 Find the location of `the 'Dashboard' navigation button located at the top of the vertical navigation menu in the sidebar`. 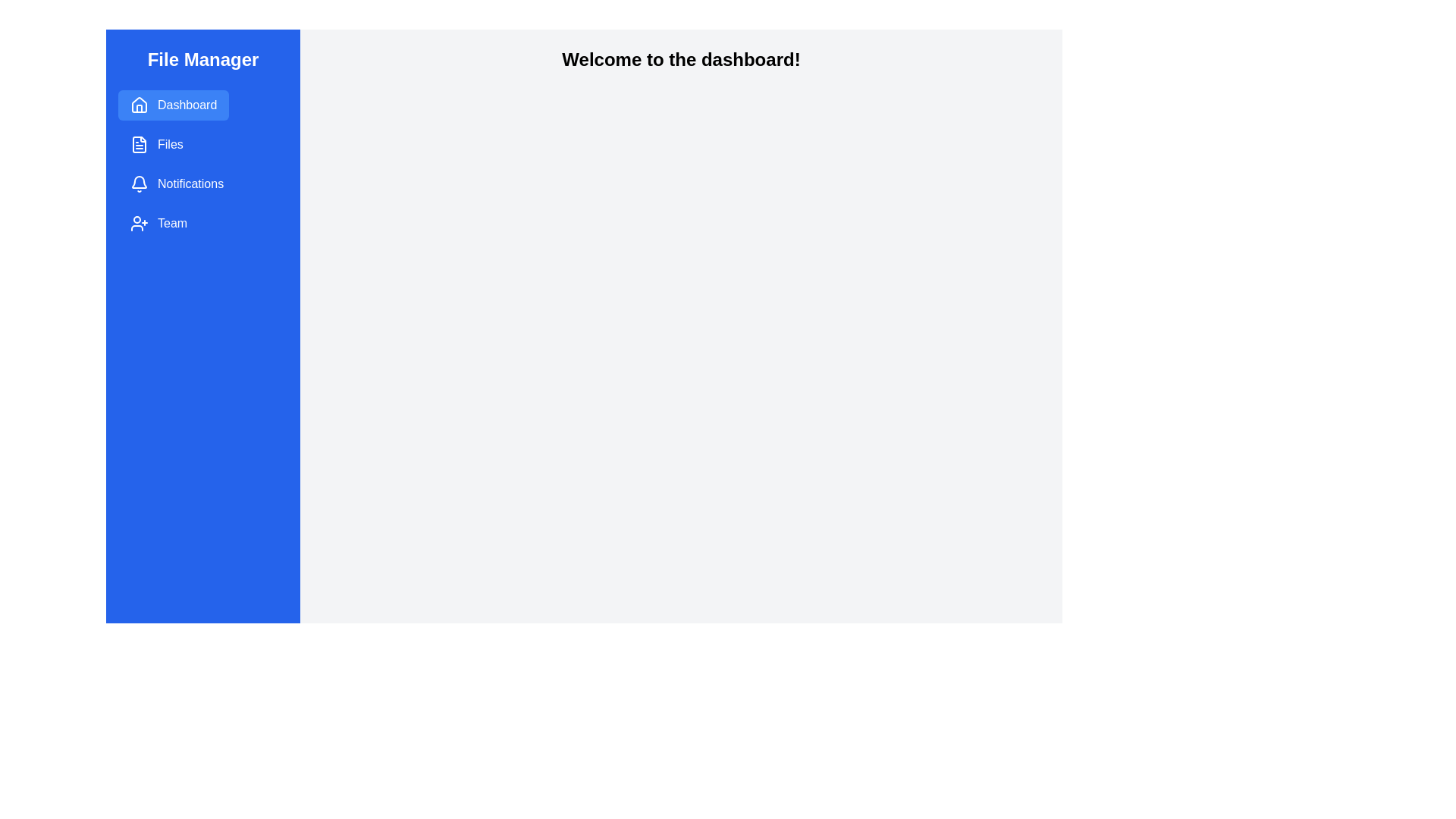

the 'Dashboard' navigation button located at the top of the vertical navigation menu in the sidebar is located at coordinates (174, 104).